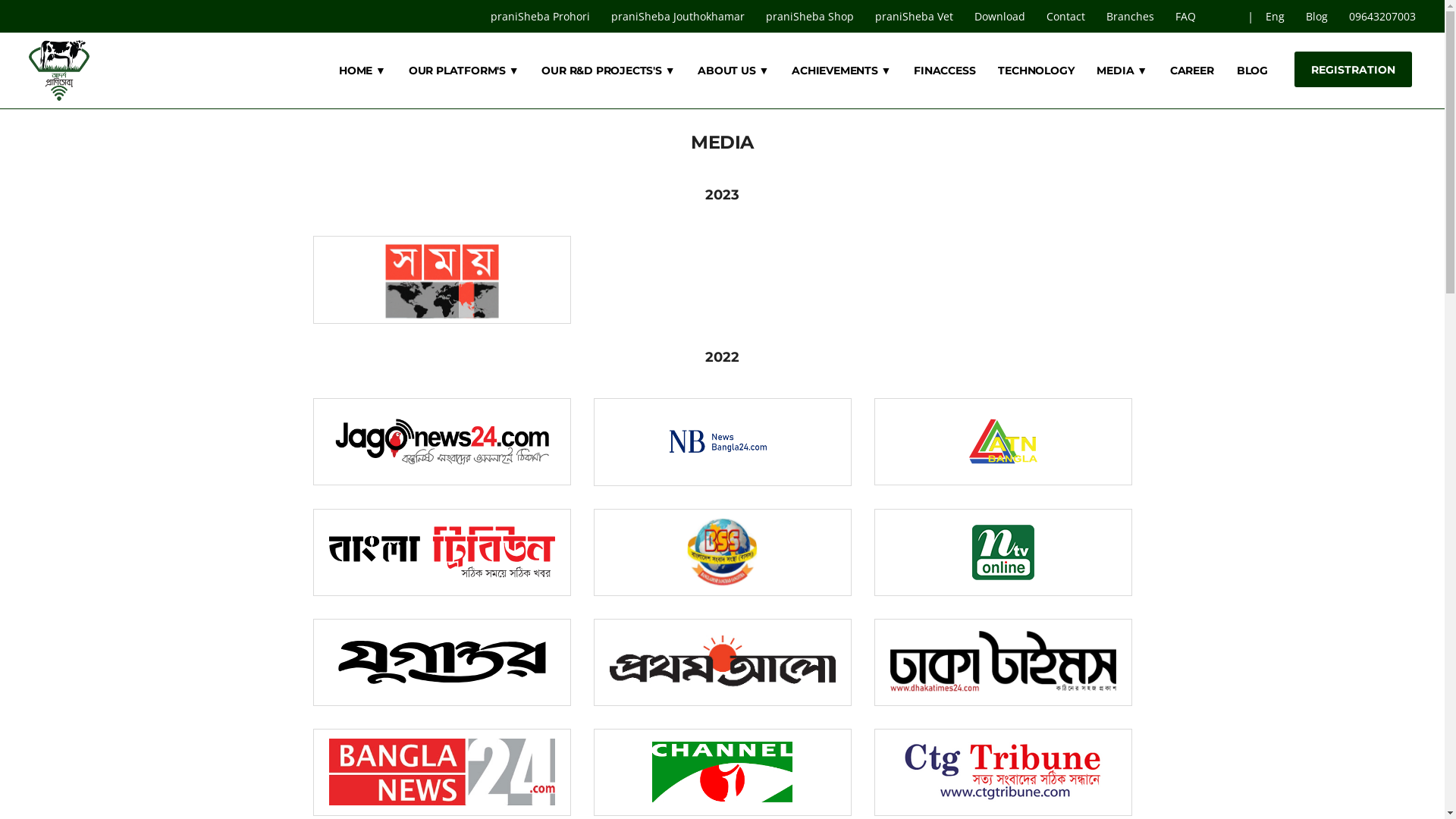  Describe the element at coordinates (679, 16) in the screenshot. I see `'praniSheba Jouthokhamar'` at that location.